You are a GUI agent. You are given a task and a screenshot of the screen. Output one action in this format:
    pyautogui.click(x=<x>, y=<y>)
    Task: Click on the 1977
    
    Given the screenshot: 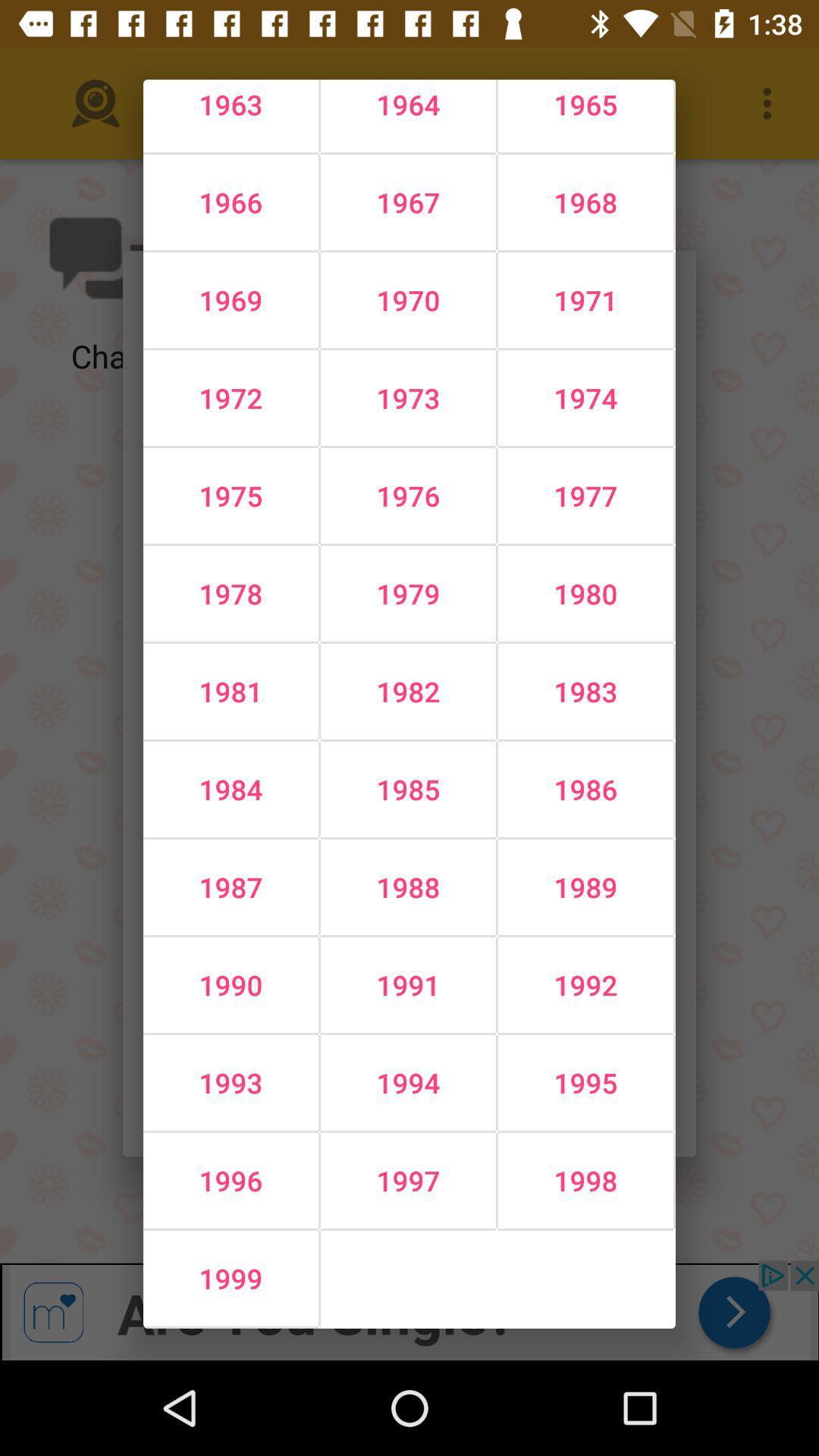 What is the action you would take?
    pyautogui.click(x=585, y=495)
    